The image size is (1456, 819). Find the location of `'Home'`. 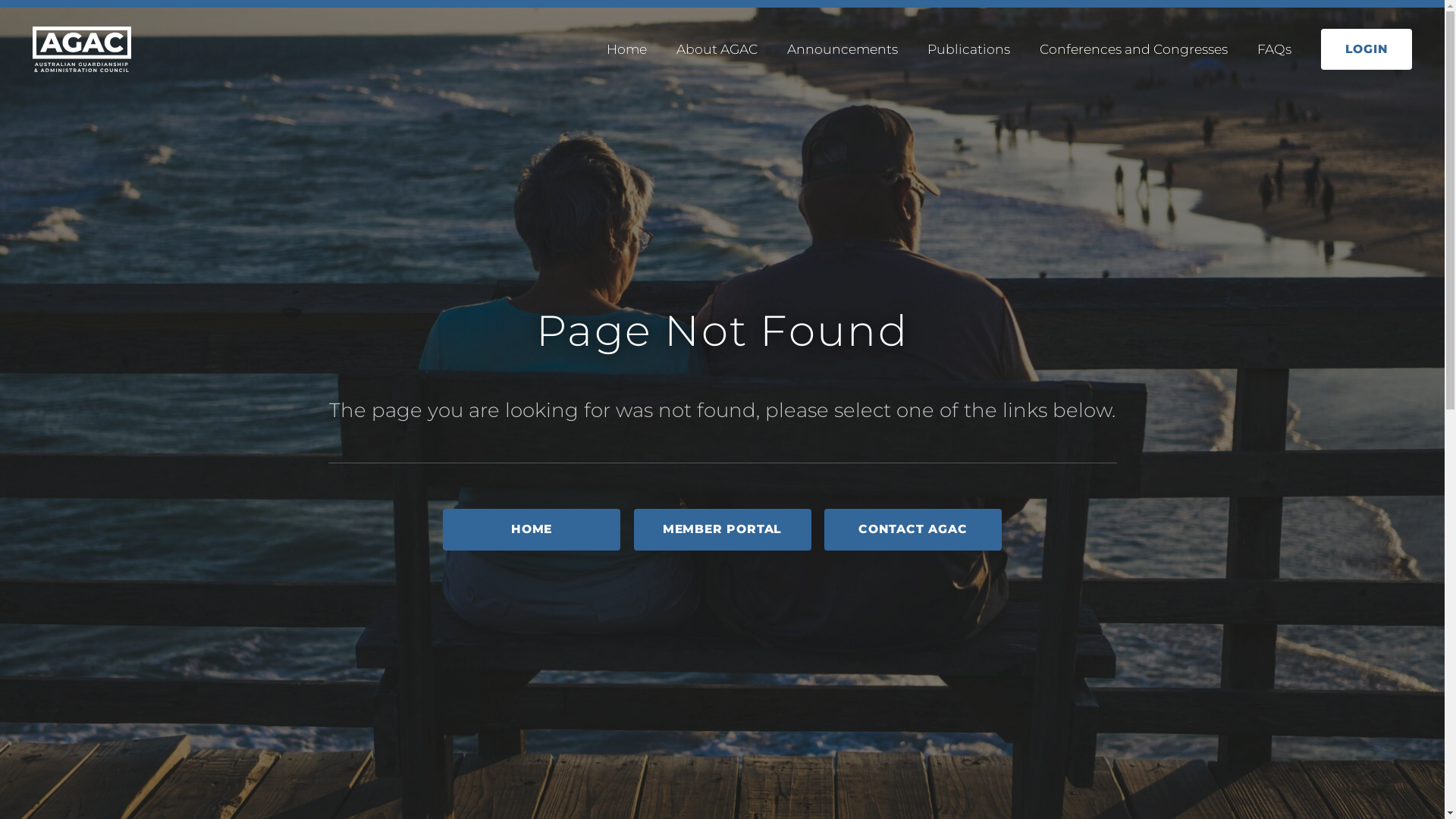

'Home' is located at coordinates (626, 48).